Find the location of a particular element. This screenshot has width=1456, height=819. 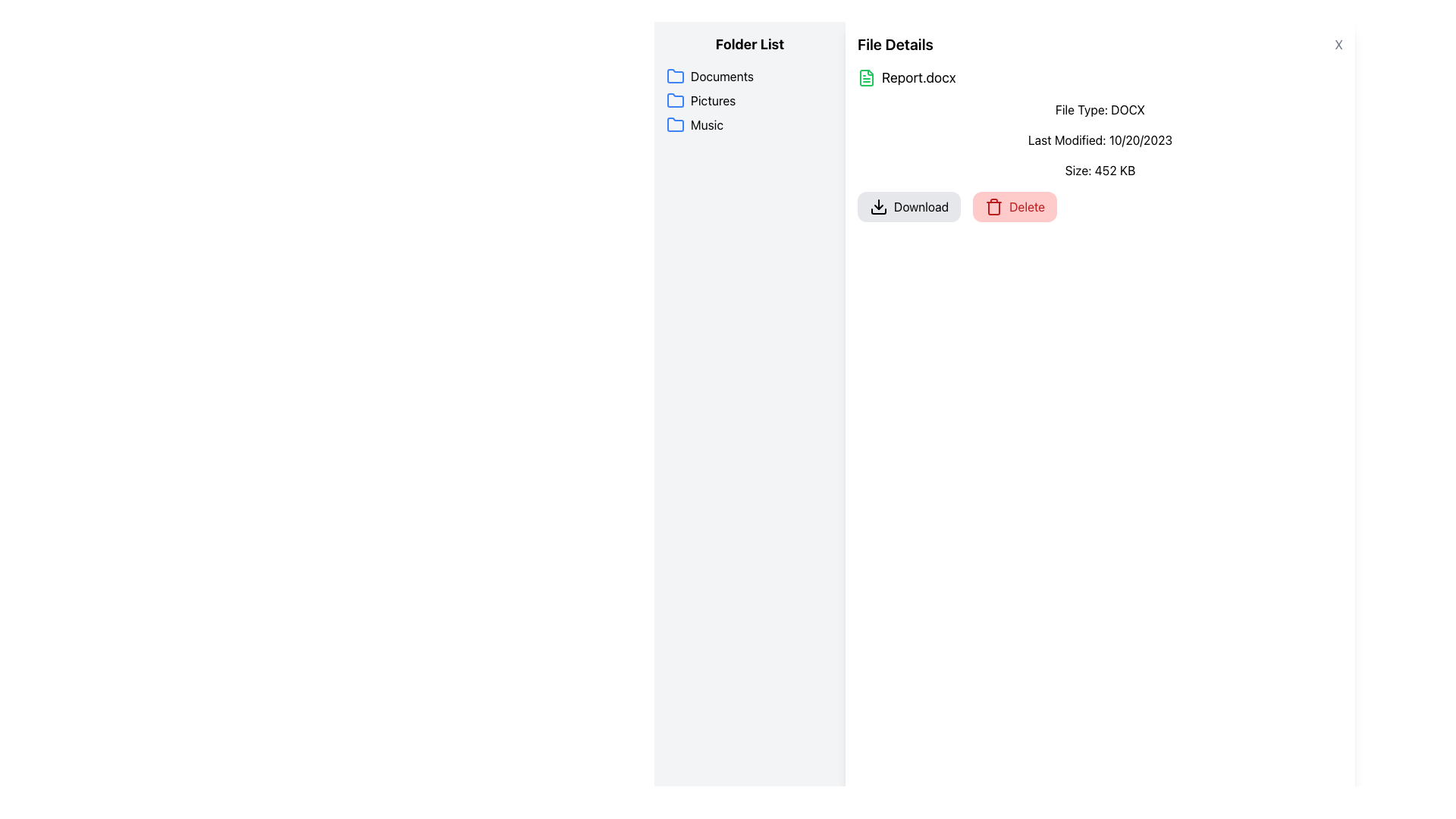

the download button located in the 'File Details' section to initiate the download of the 'Report.docx' document is located at coordinates (909, 207).